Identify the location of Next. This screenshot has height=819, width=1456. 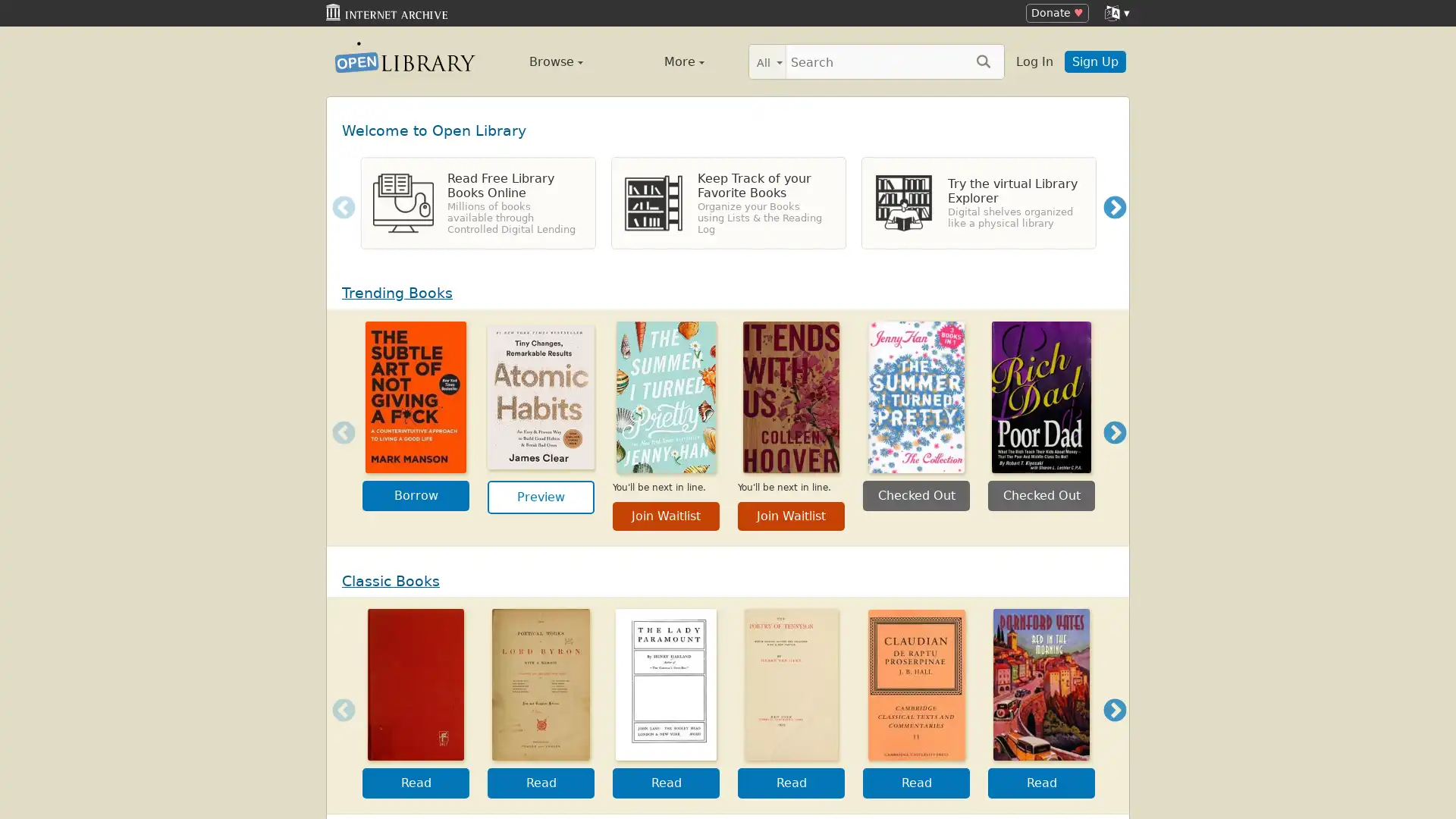
(1115, 711).